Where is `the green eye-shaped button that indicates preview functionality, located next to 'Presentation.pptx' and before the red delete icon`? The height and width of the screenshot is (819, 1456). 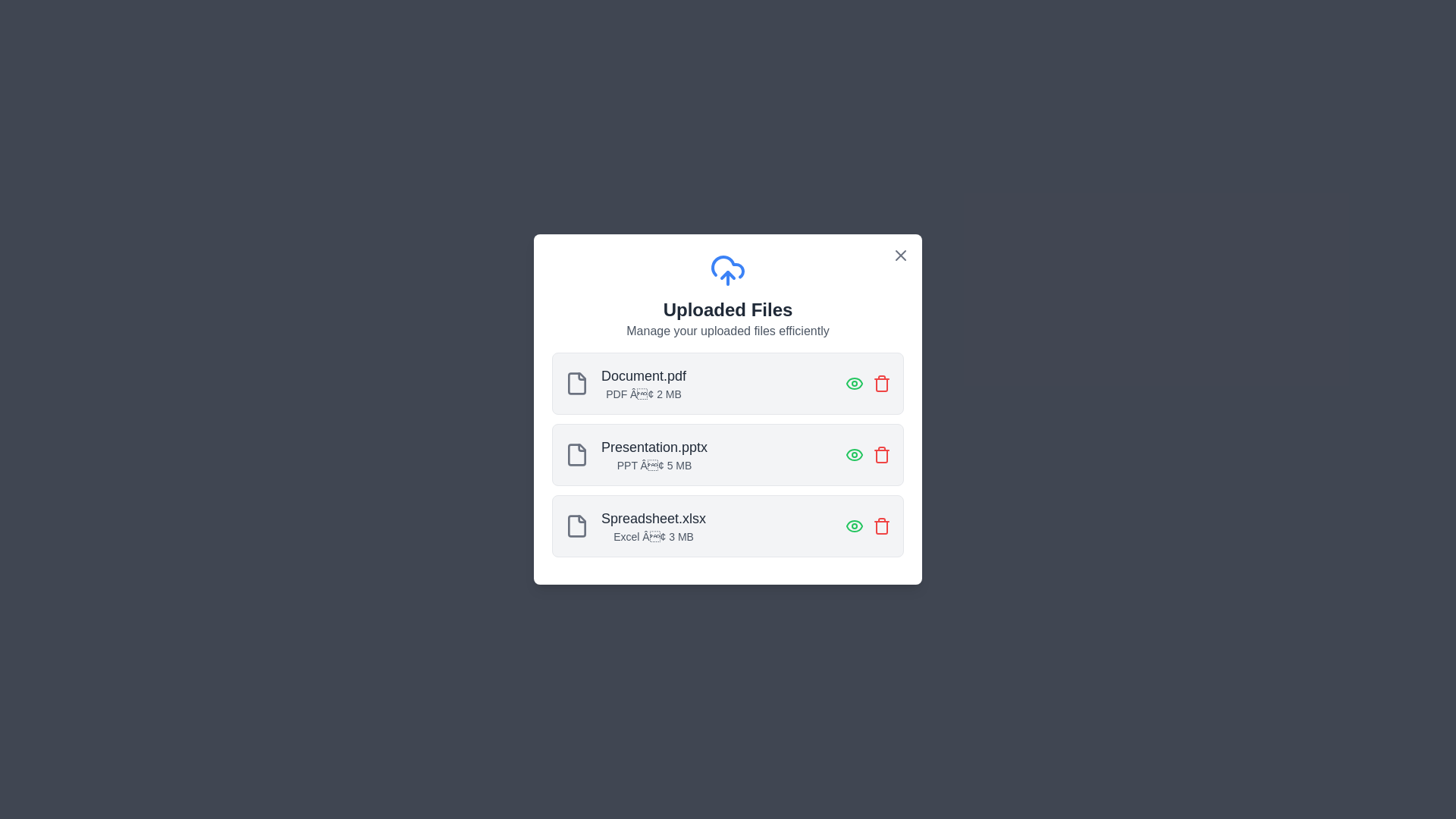 the green eye-shaped button that indicates preview functionality, located next to 'Presentation.pptx' and before the red delete icon is located at coordinates (855, 454).